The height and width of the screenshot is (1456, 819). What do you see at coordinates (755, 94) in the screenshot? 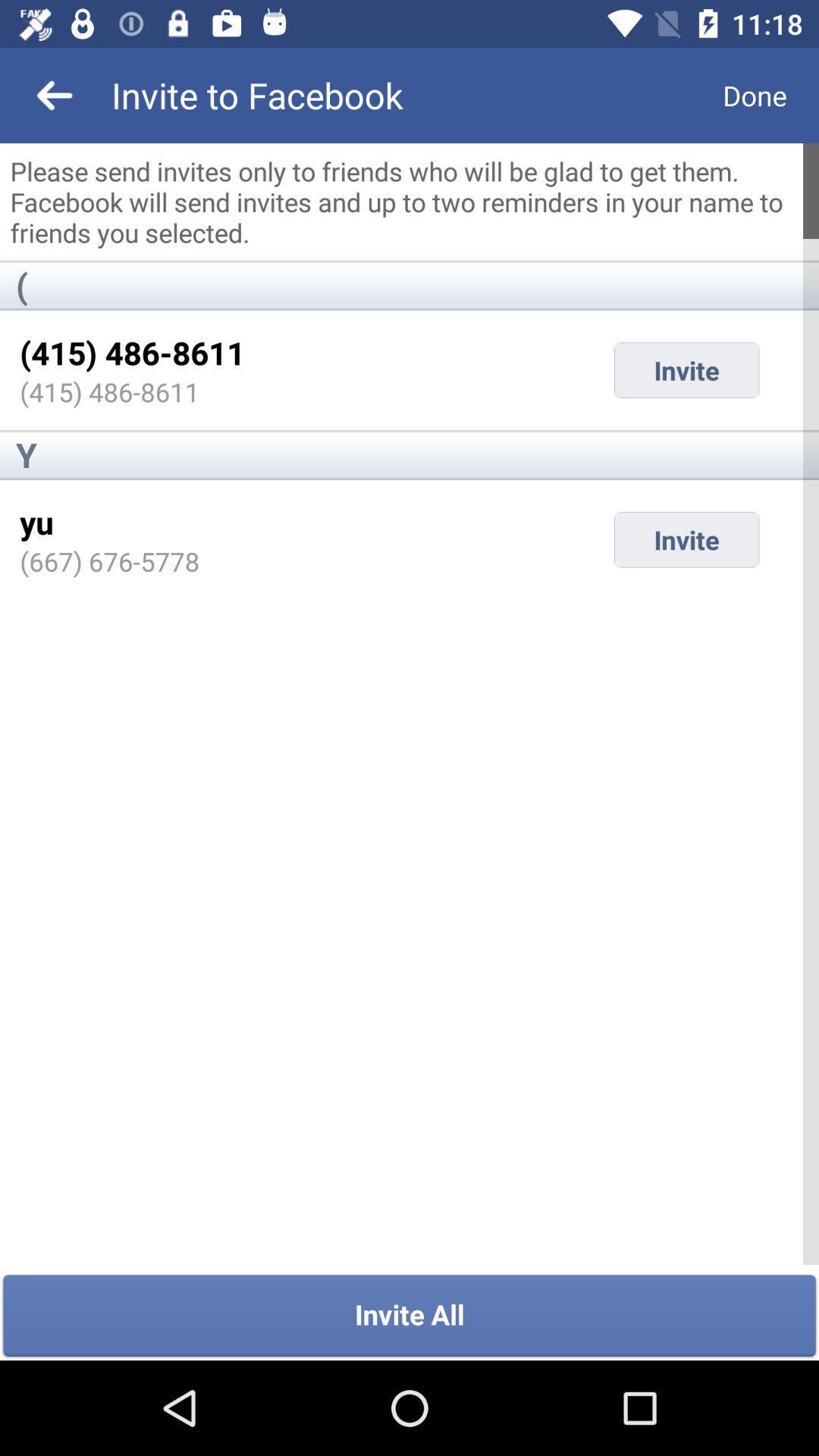
I see `the done` at bounding box center [755, 94].